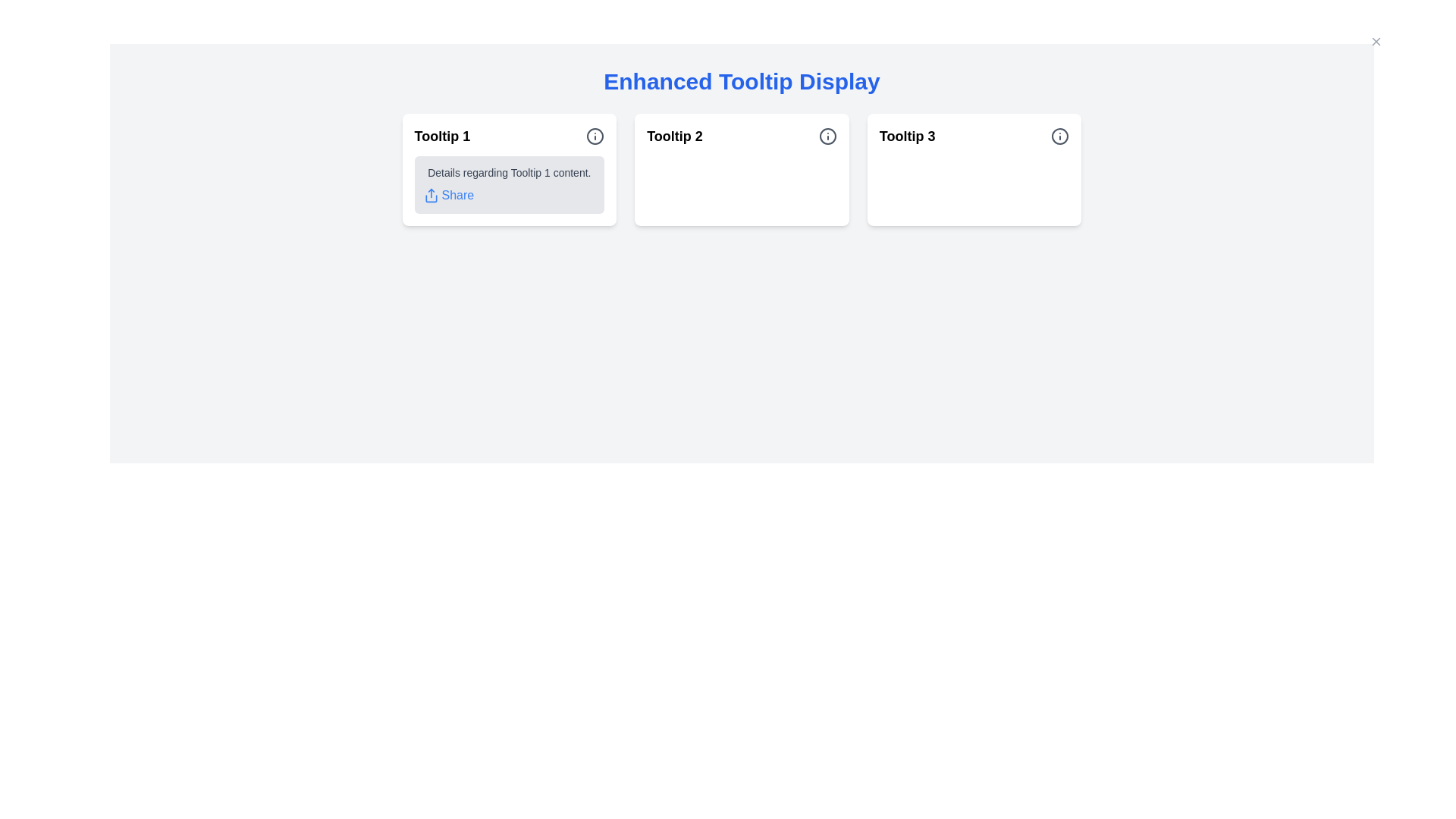 This screenshot has height=819, width=1456. Describe the element at coordinates (1059, 136) in the screenshot. I see `the circular 'i' icon in the header section of the card labeled 'Tooltip 3' to change its color from gray to blue` at that location.